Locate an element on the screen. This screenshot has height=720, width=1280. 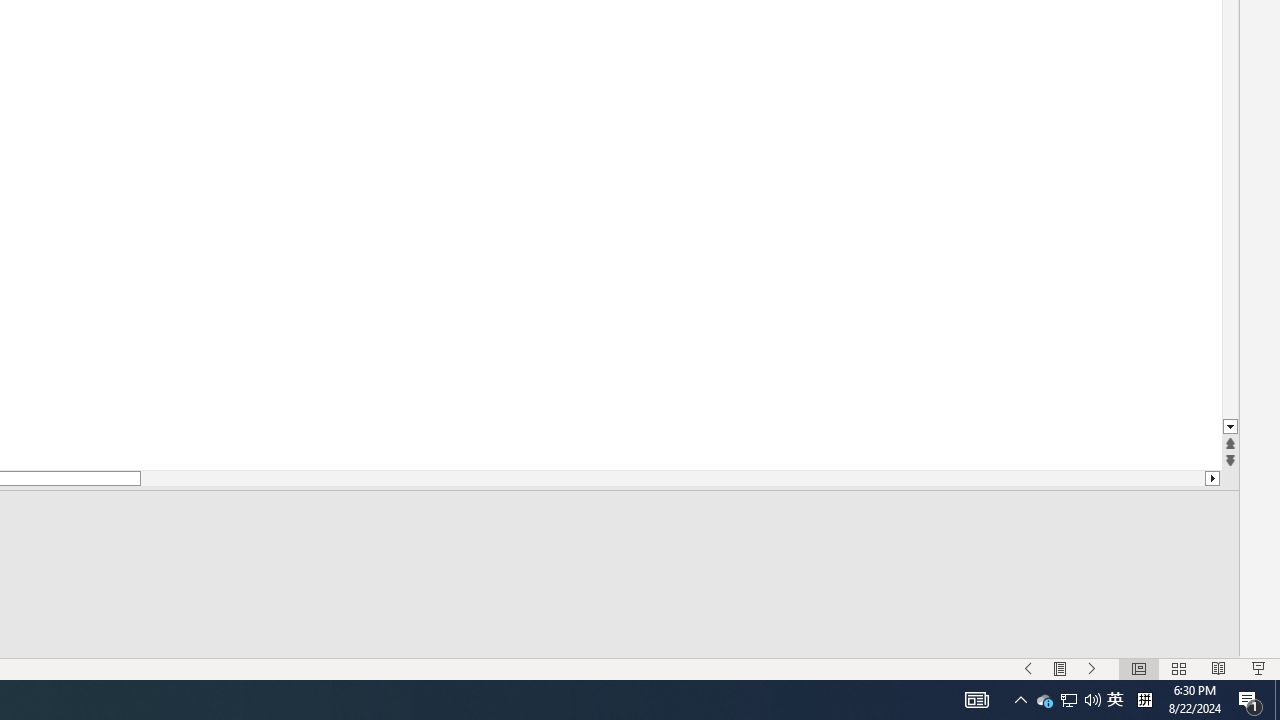
'Slide Show Next On' is located at coordinates (1091, 669).